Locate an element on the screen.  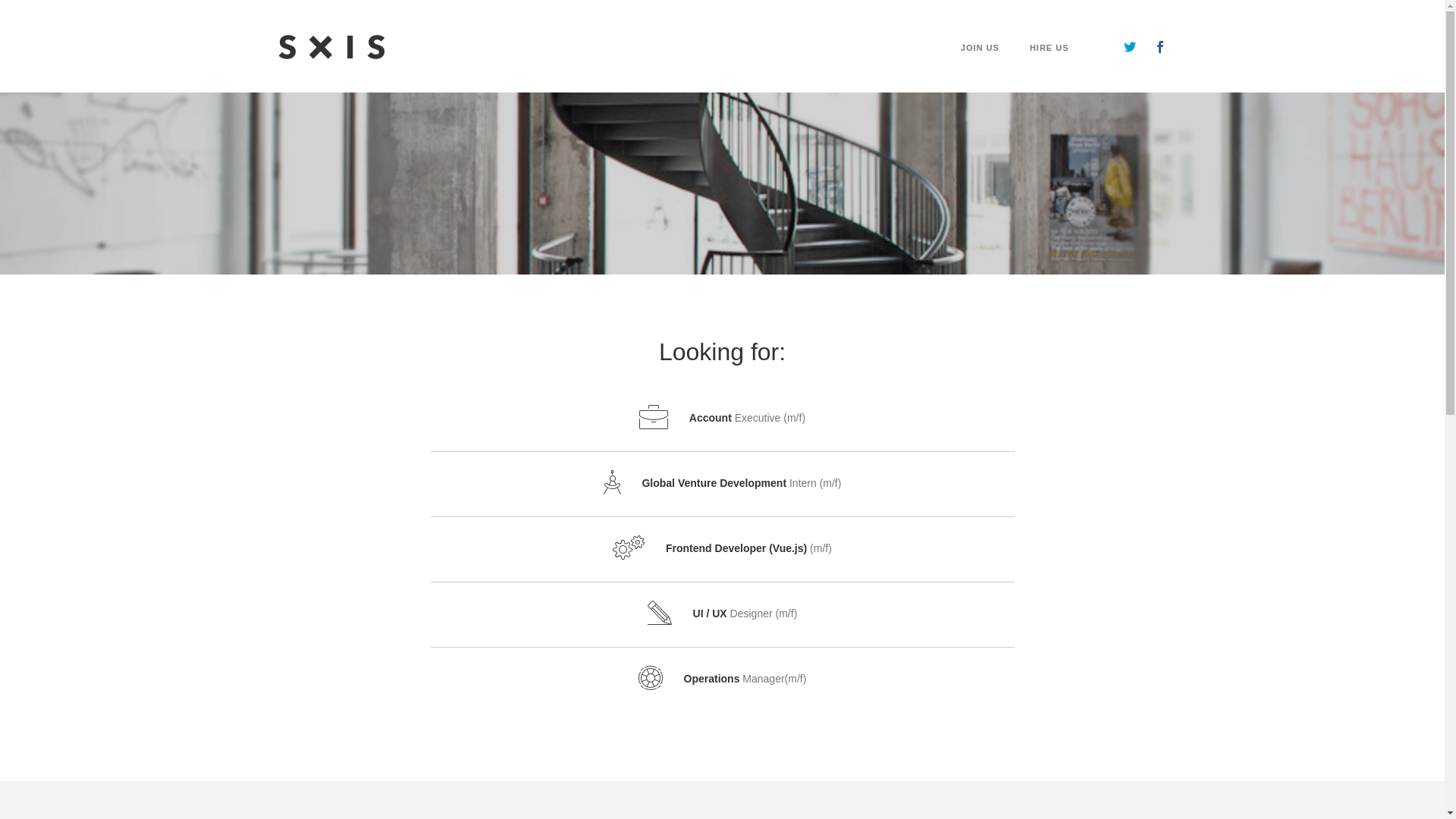
'JOIN US' is located at coordinates (980, 67).